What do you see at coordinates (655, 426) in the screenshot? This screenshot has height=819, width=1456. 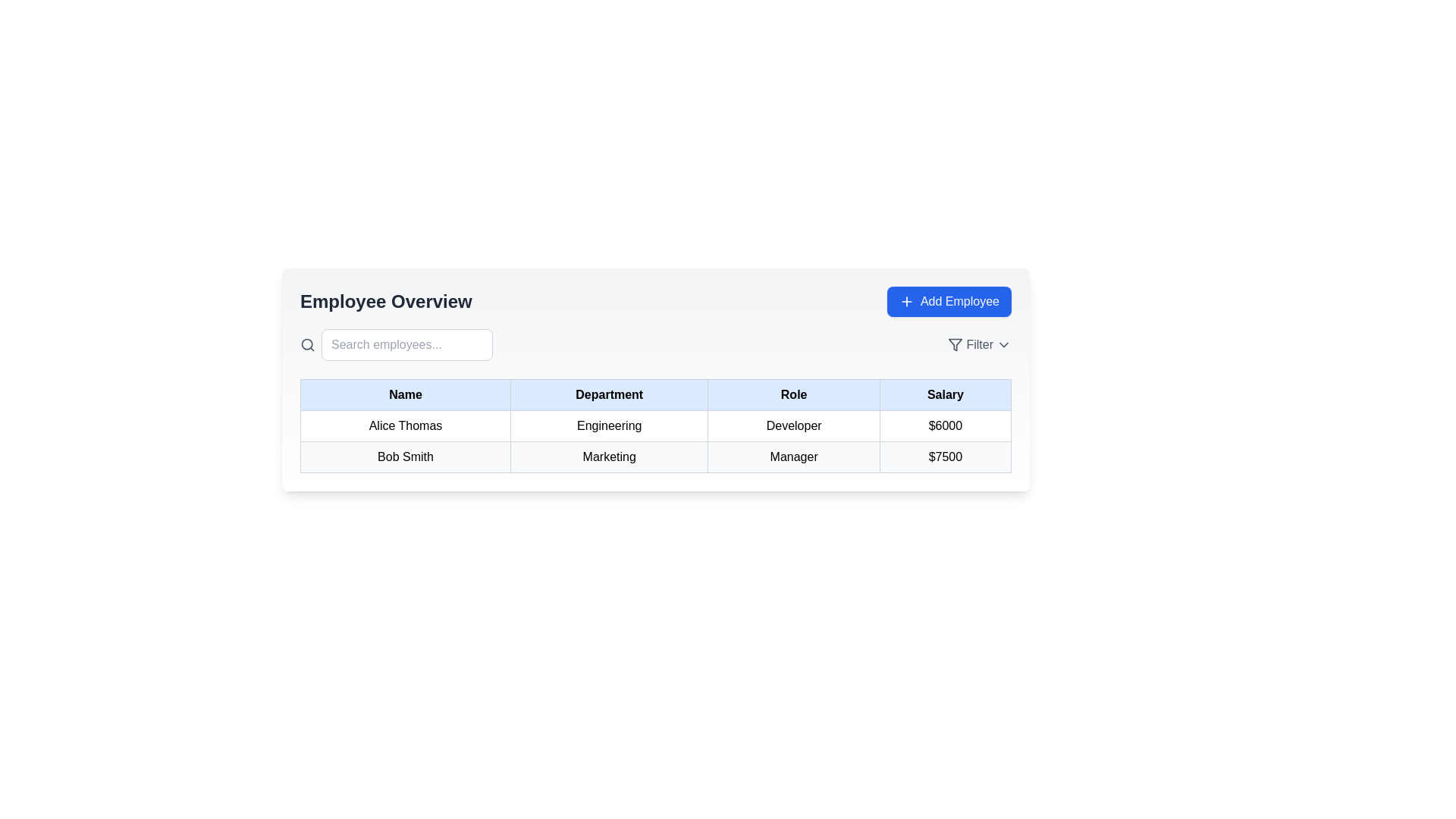 I see `the table displaying employee information` at bounding box center [655, 426].